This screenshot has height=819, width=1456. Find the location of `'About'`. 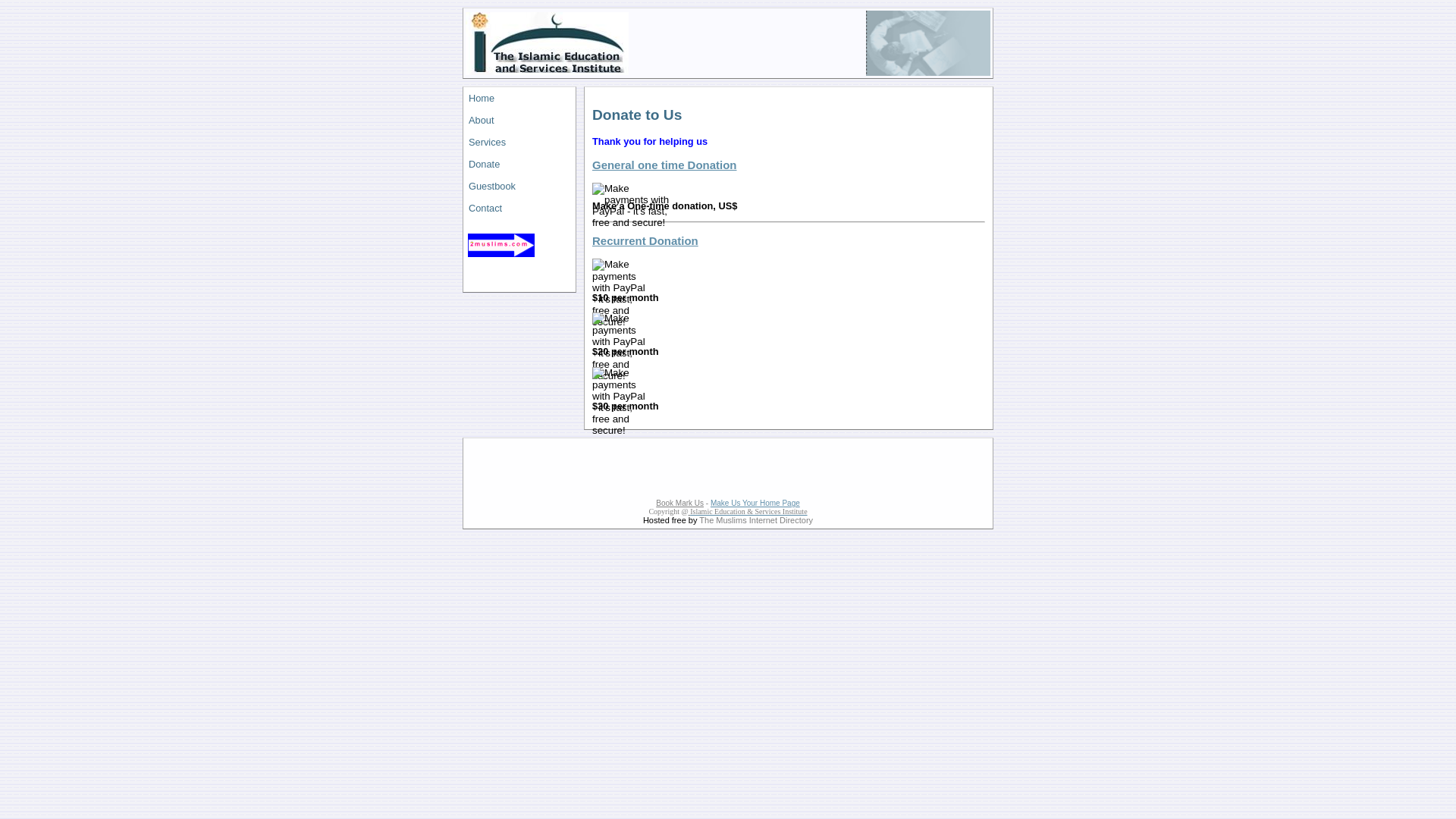

'About' is located at coordinates (519, 119).